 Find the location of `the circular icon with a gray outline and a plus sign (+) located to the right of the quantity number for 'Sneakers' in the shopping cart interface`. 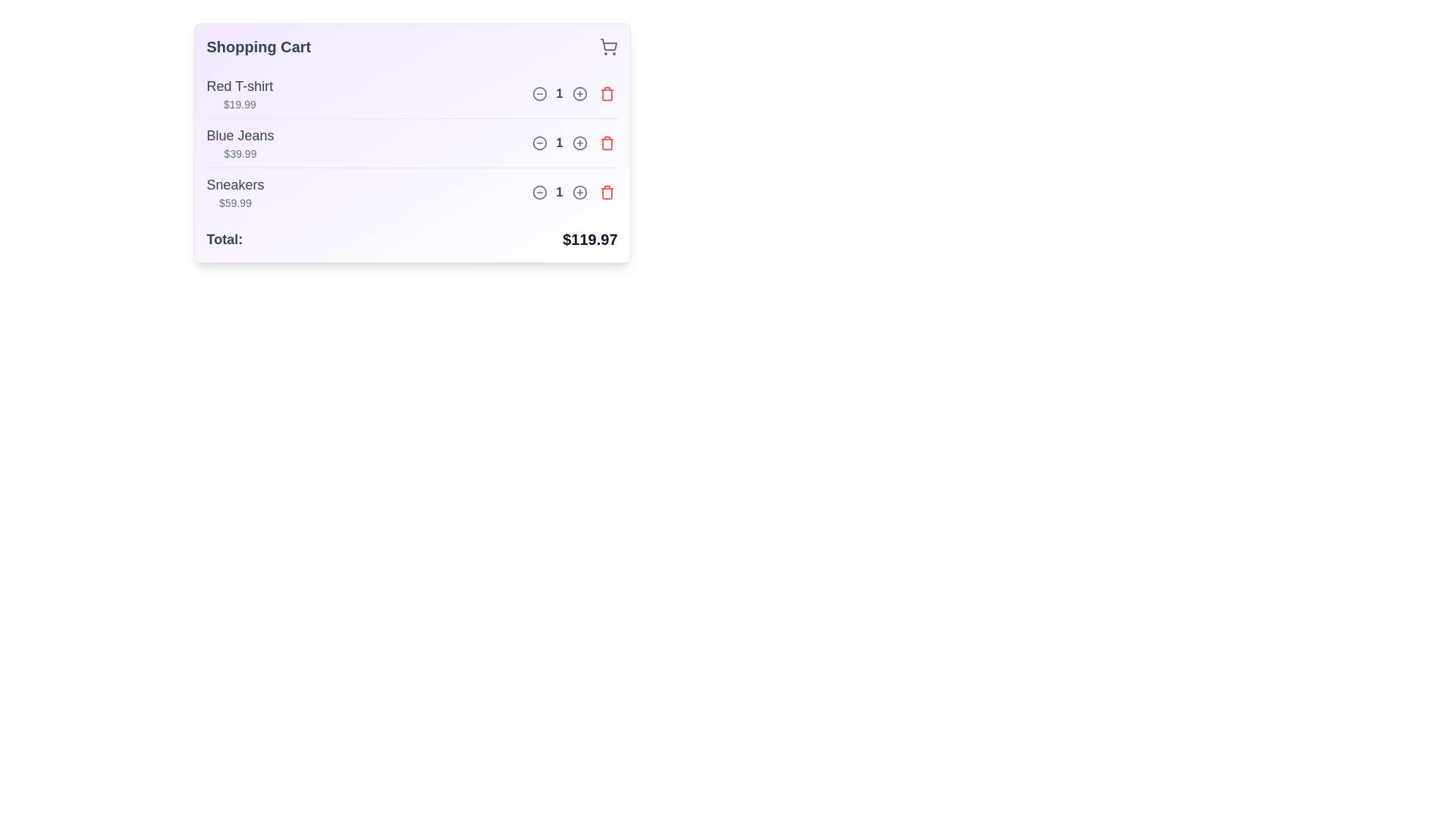

the circular icon with a gray outline and a plus sign (+) located to the right of the quantity number for 'Sneakers' in the shopping cart interface is located at coordinates (579, 192).